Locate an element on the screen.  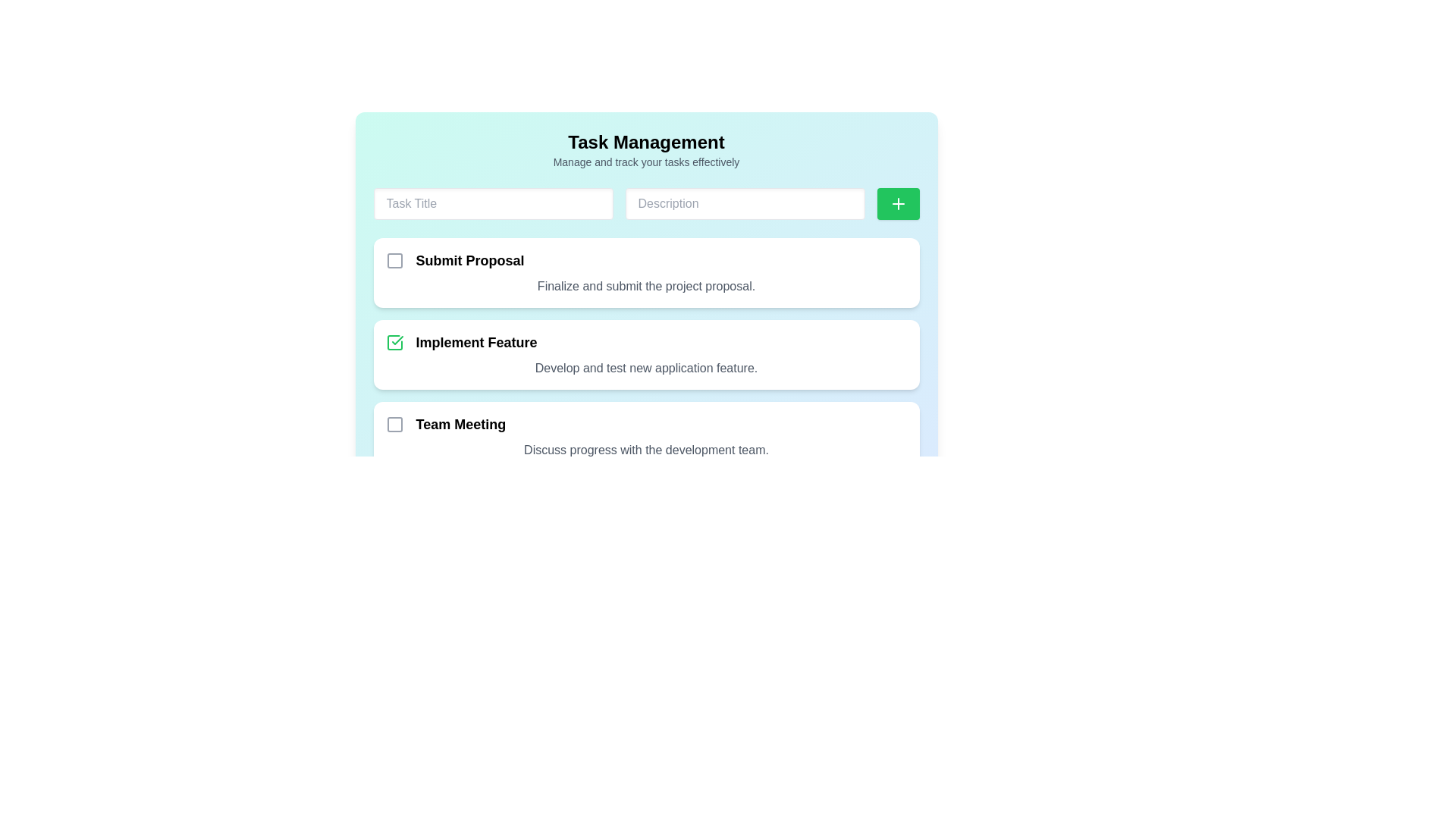
the task label element displaying the text 'Implement Feature' is located at coordinates (460, 342).